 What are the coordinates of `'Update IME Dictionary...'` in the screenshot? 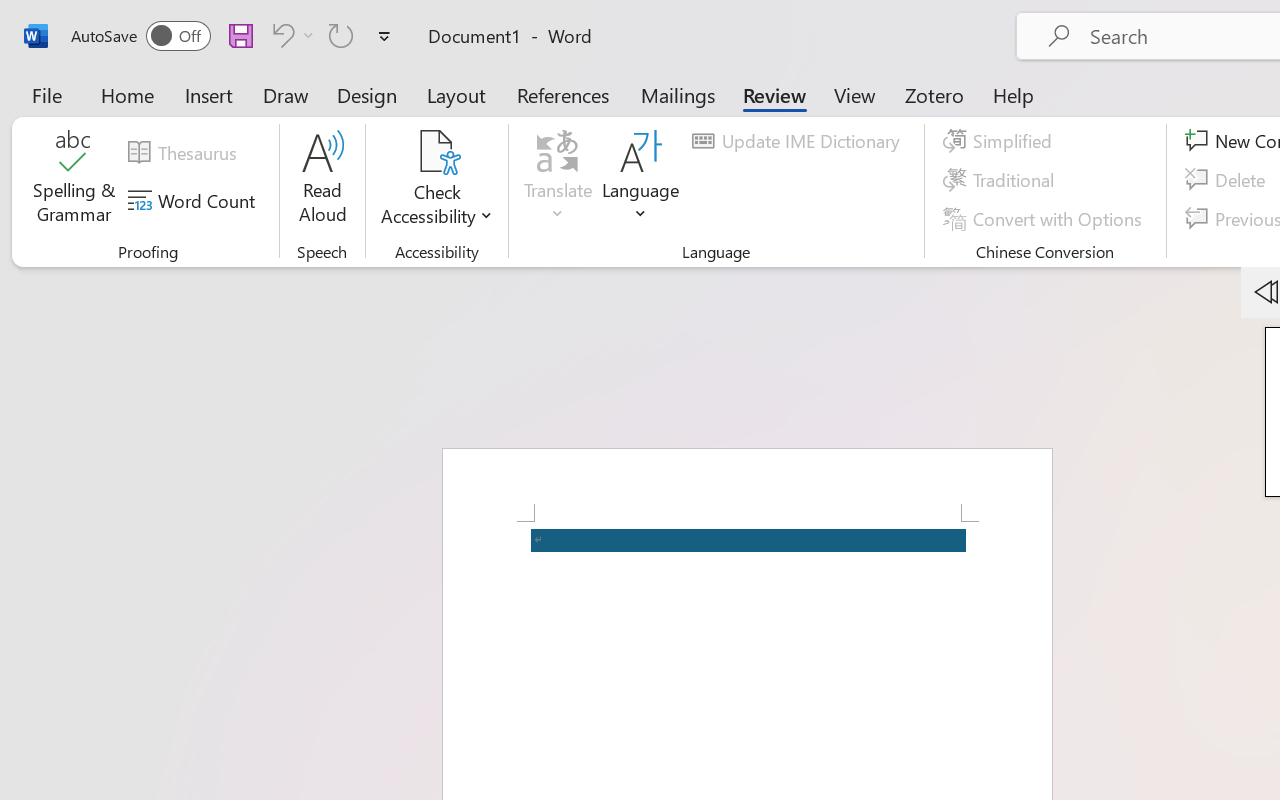 It's located at (798, 141).